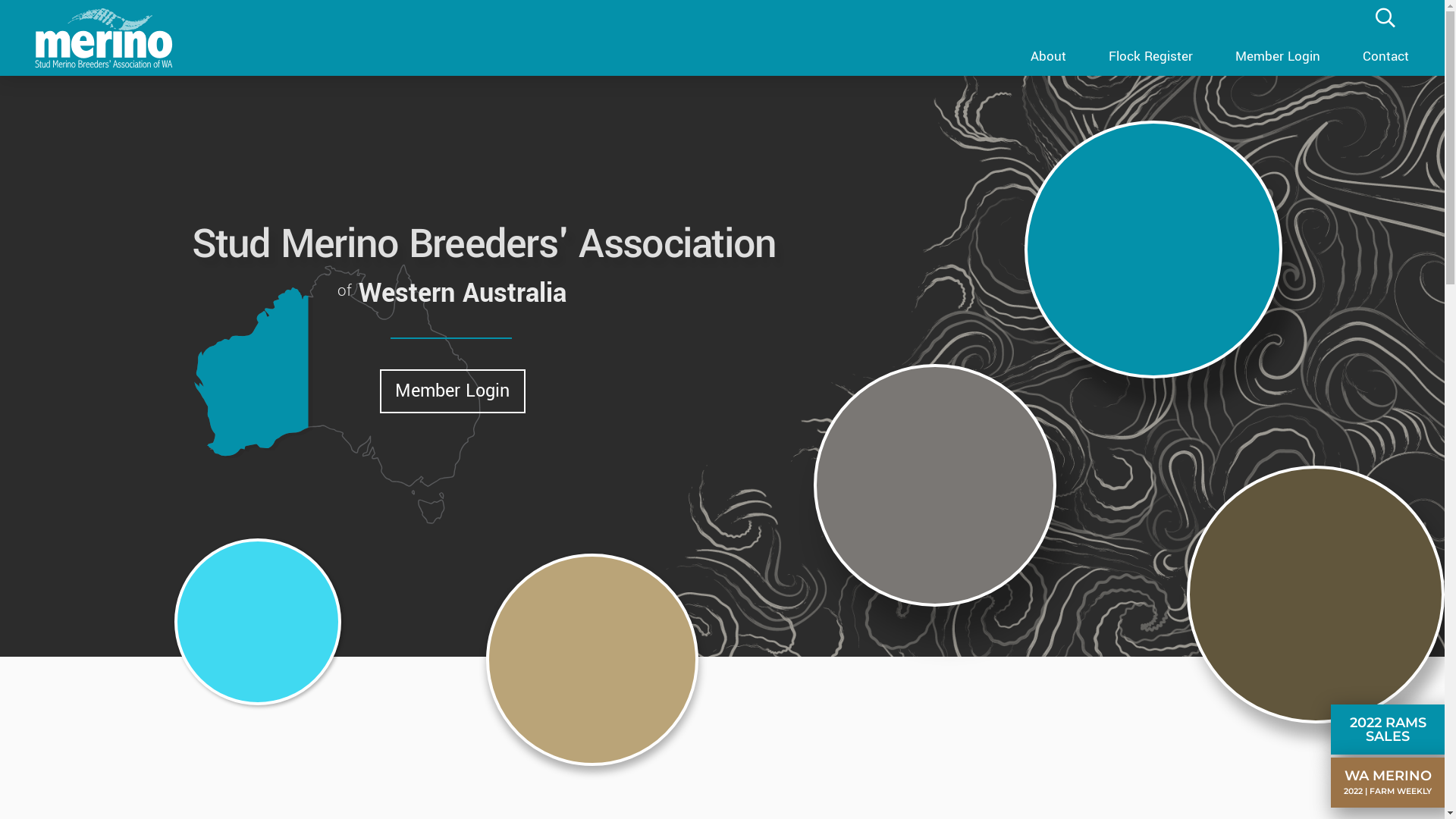  I want to click on 'Flock Register', so click(1087, 54).